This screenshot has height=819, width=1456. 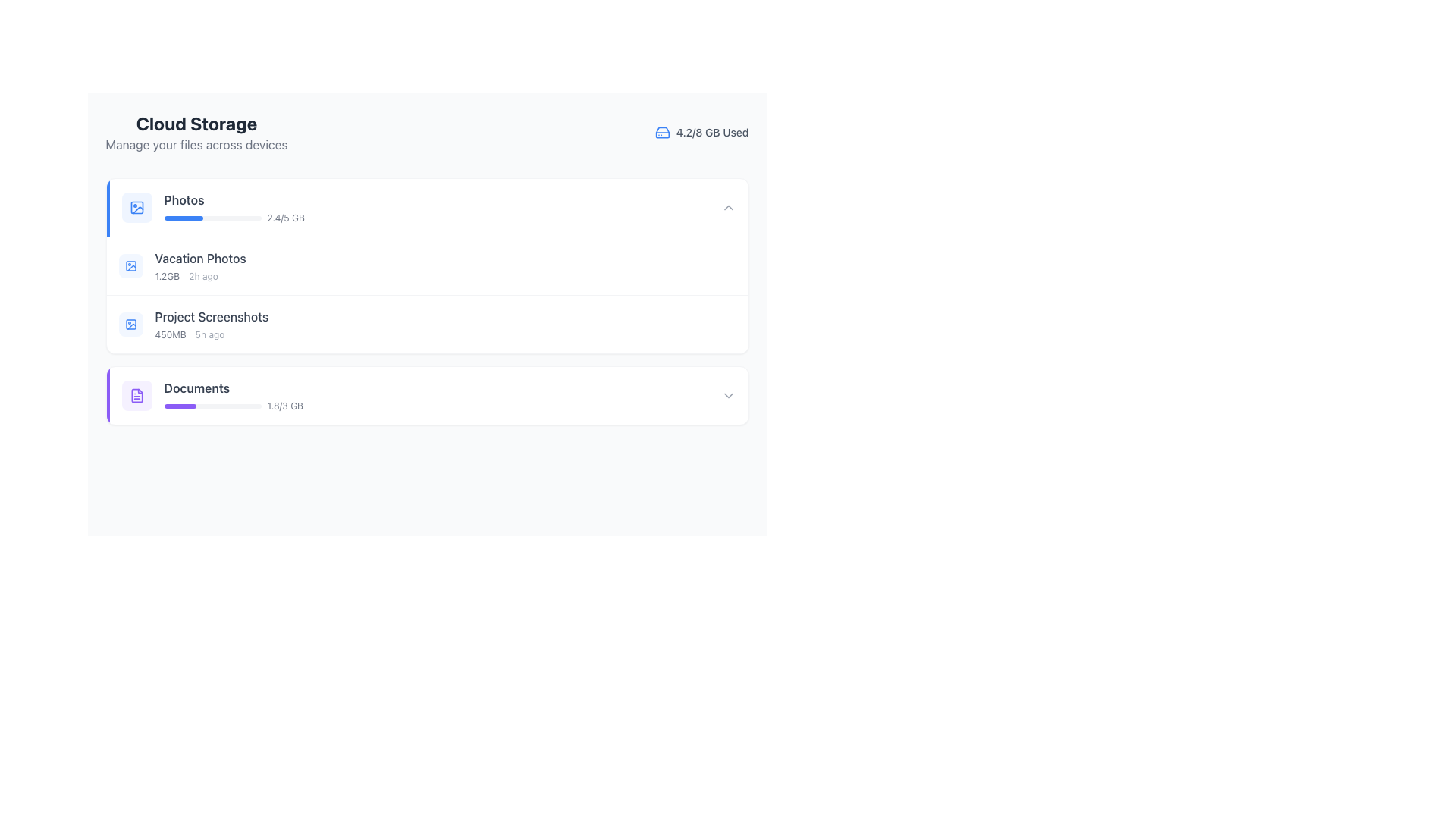 I want to click on the hard drive icon located in the top right corner of the page, which is styled with clean lines and a blue outline, positioned immediately to the left of the text '4.2/8 GB Used', so click(x=662, y=131).